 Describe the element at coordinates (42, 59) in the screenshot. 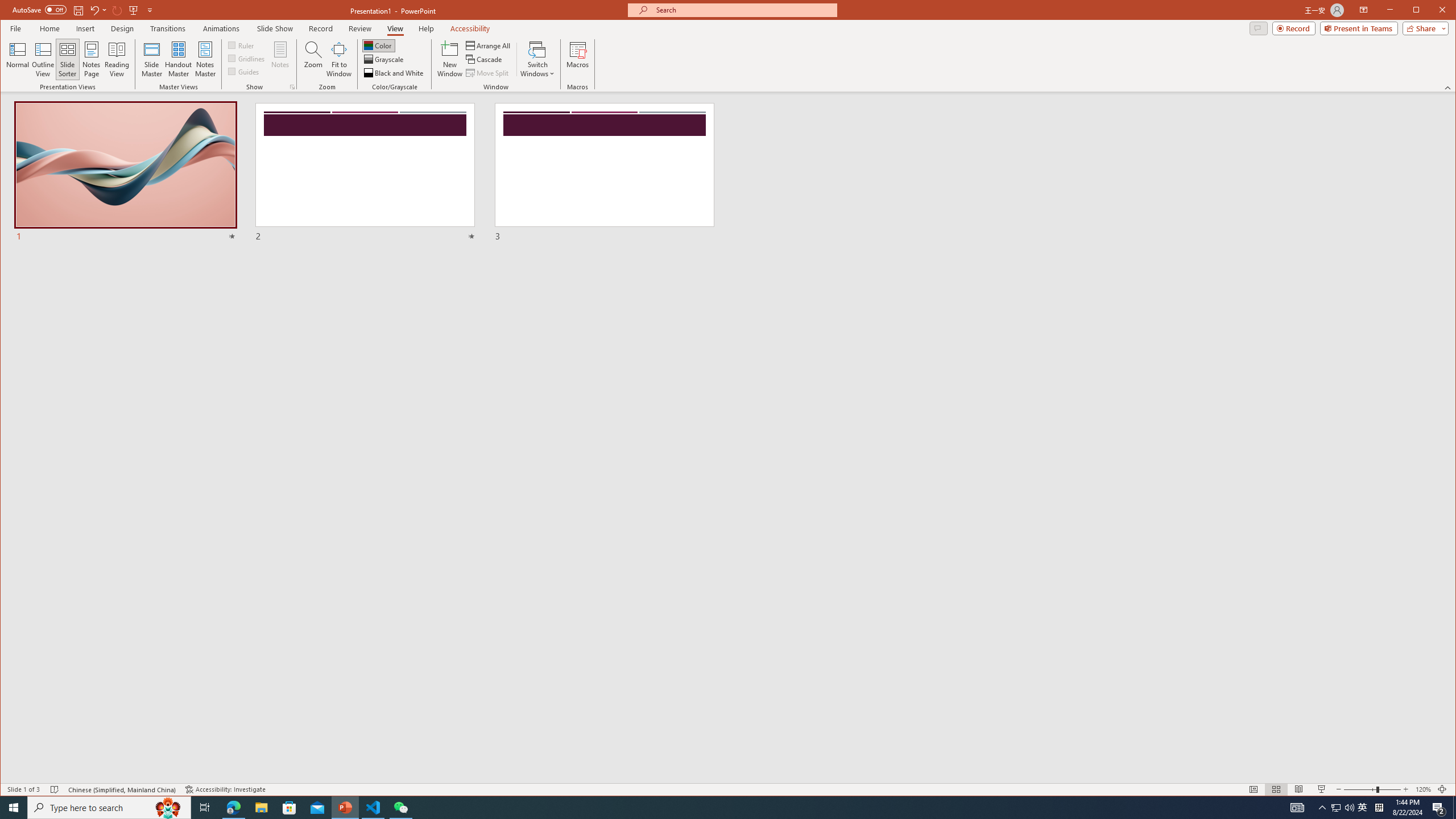

I see `'Outline View'` at that location.